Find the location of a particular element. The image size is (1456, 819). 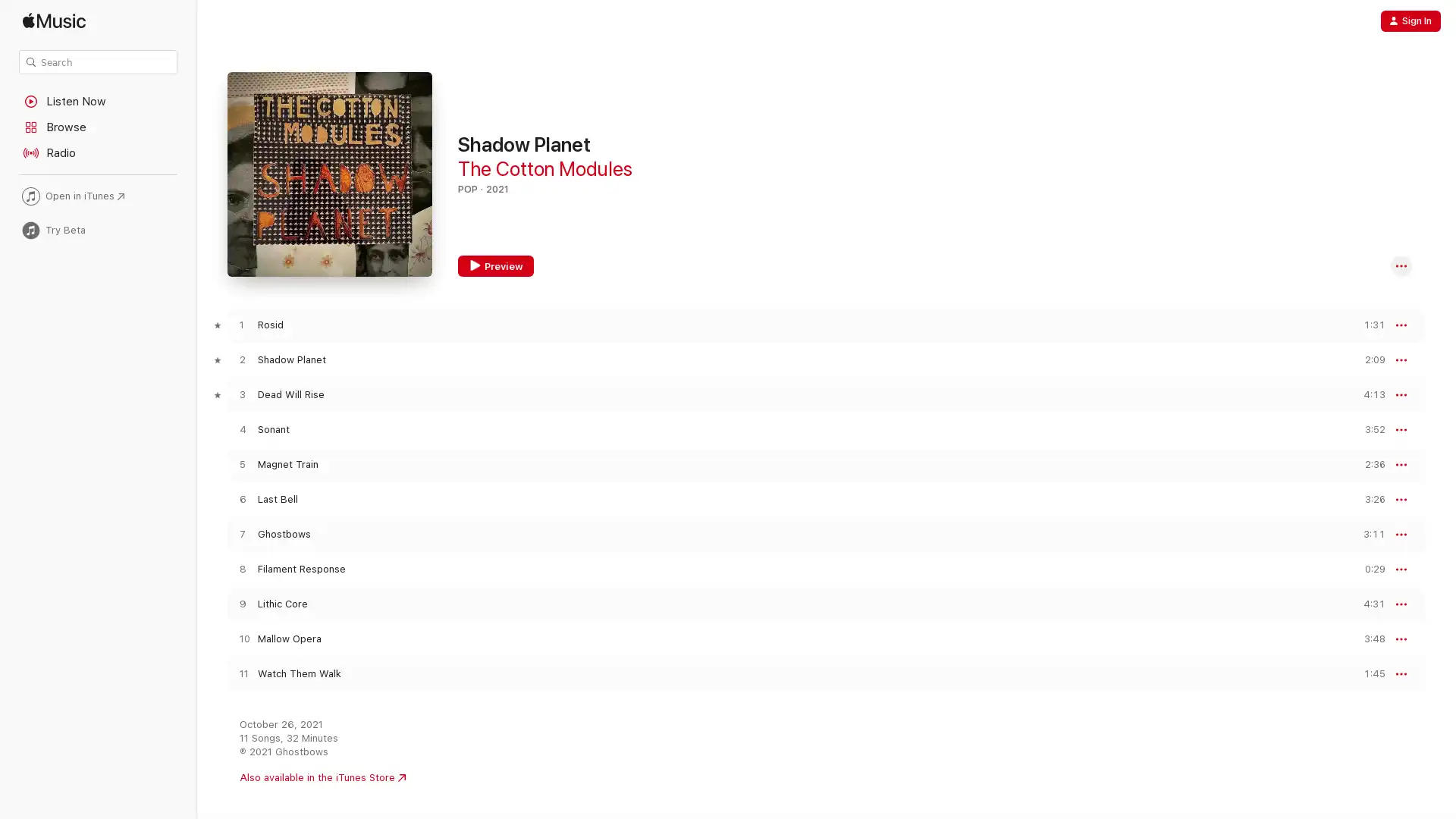

Also available in the iTunes Store is located at coordinates (322, 778).